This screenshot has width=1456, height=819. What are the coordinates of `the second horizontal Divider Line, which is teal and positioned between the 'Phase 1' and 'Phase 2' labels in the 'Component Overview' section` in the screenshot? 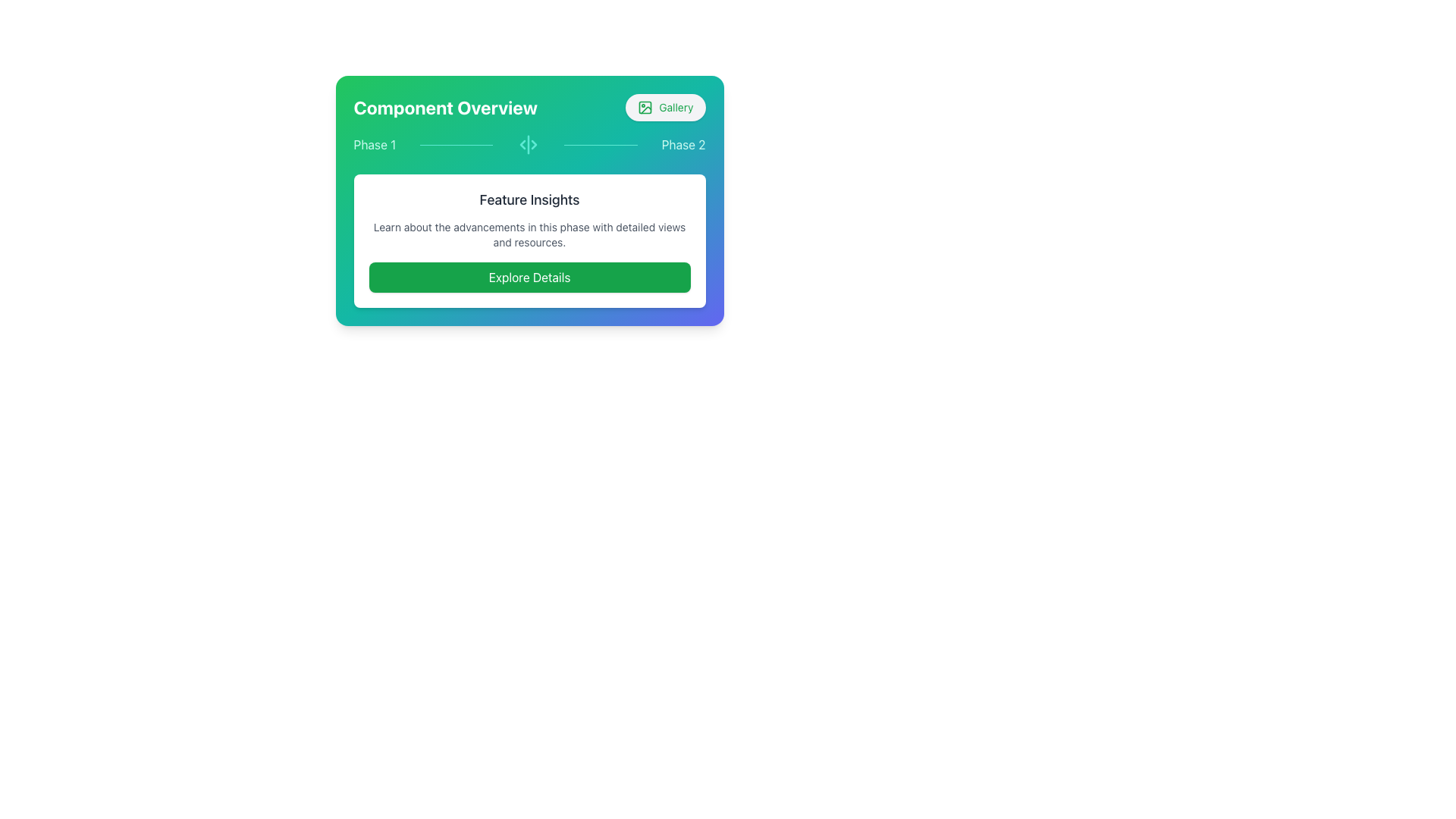 It's located at (600, 145).